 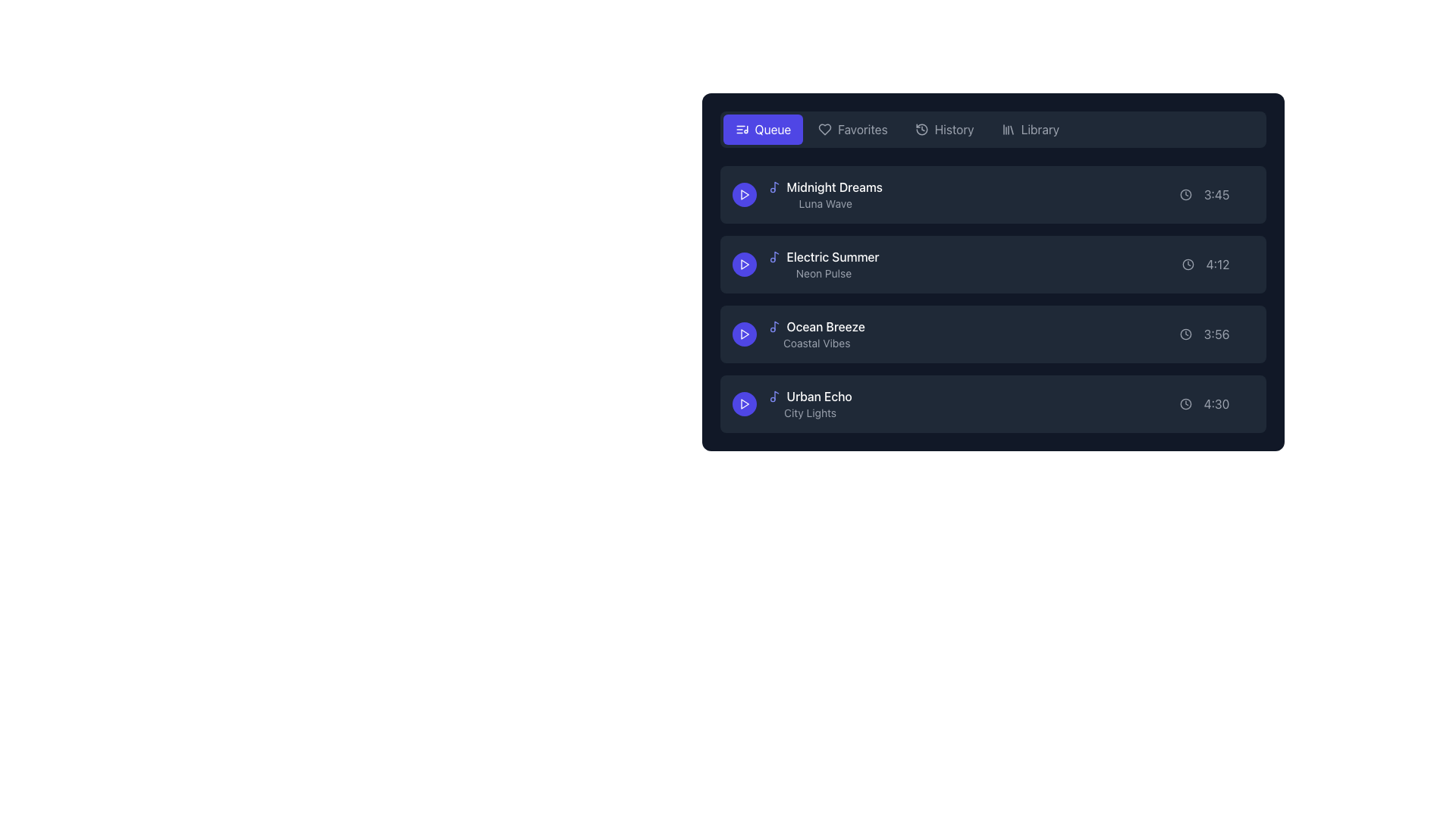 What do you see at coordinates (744, 333) in the screenshot?
I see `the hollow triangular play button icon located on a vibrant blue circular background to play the associated track in the music queue panel next to 'Ocean Breeze'` at bounding box center [744, 333].